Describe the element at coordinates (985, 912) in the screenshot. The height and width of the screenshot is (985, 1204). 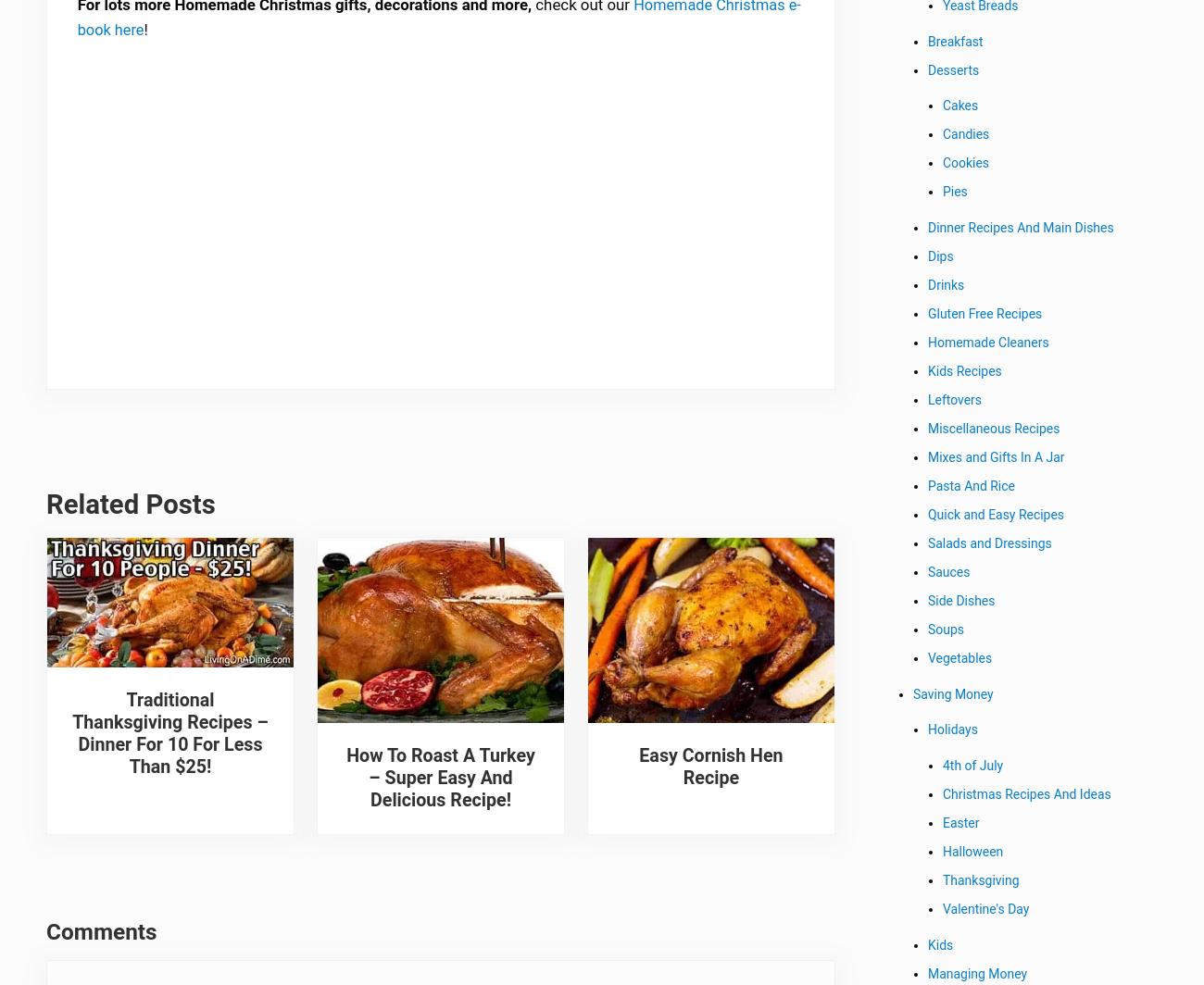
I see `'Valentine's Day'` at that location.